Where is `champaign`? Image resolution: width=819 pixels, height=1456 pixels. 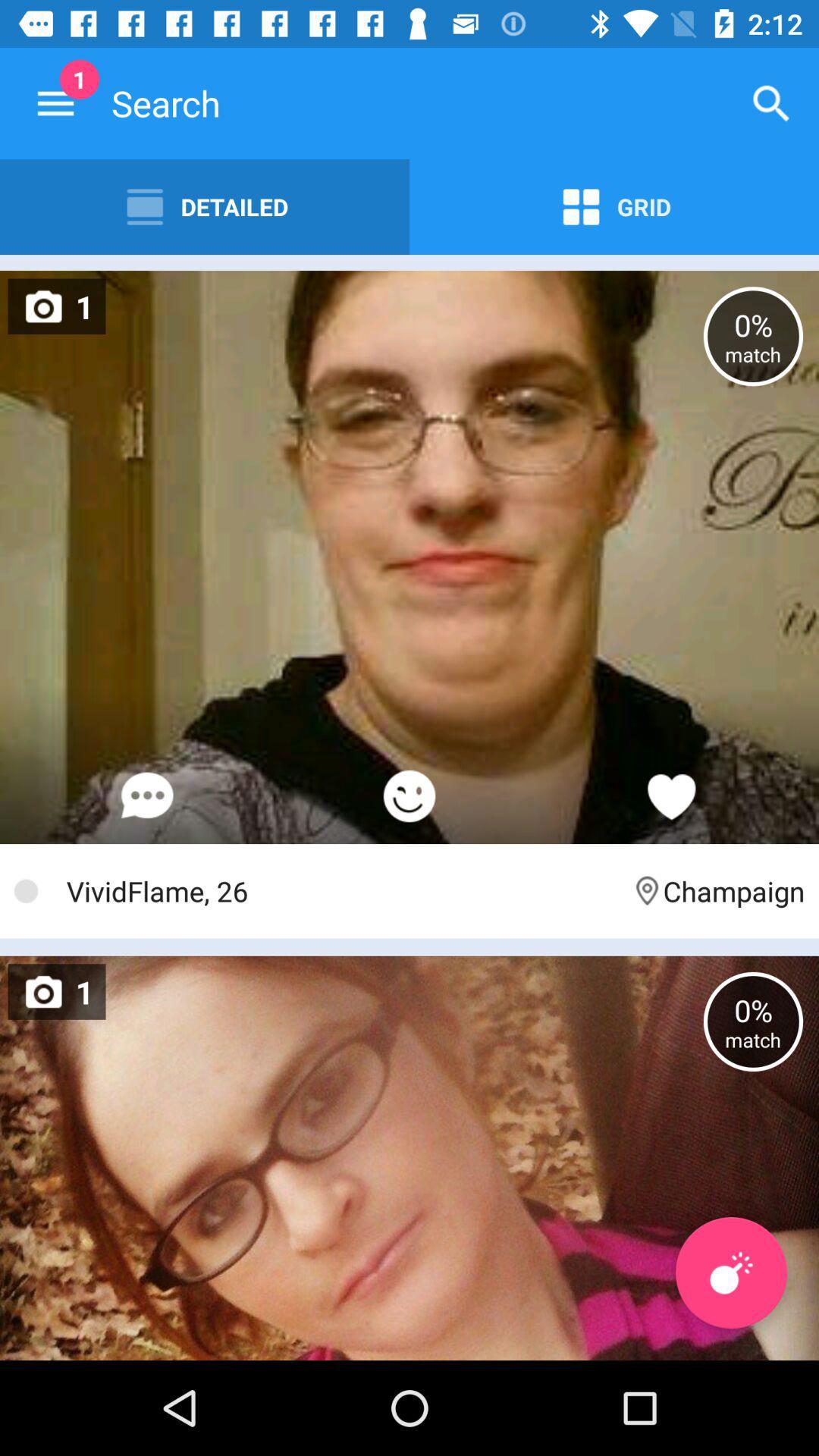
champaign is located at coordinates (717, 891).